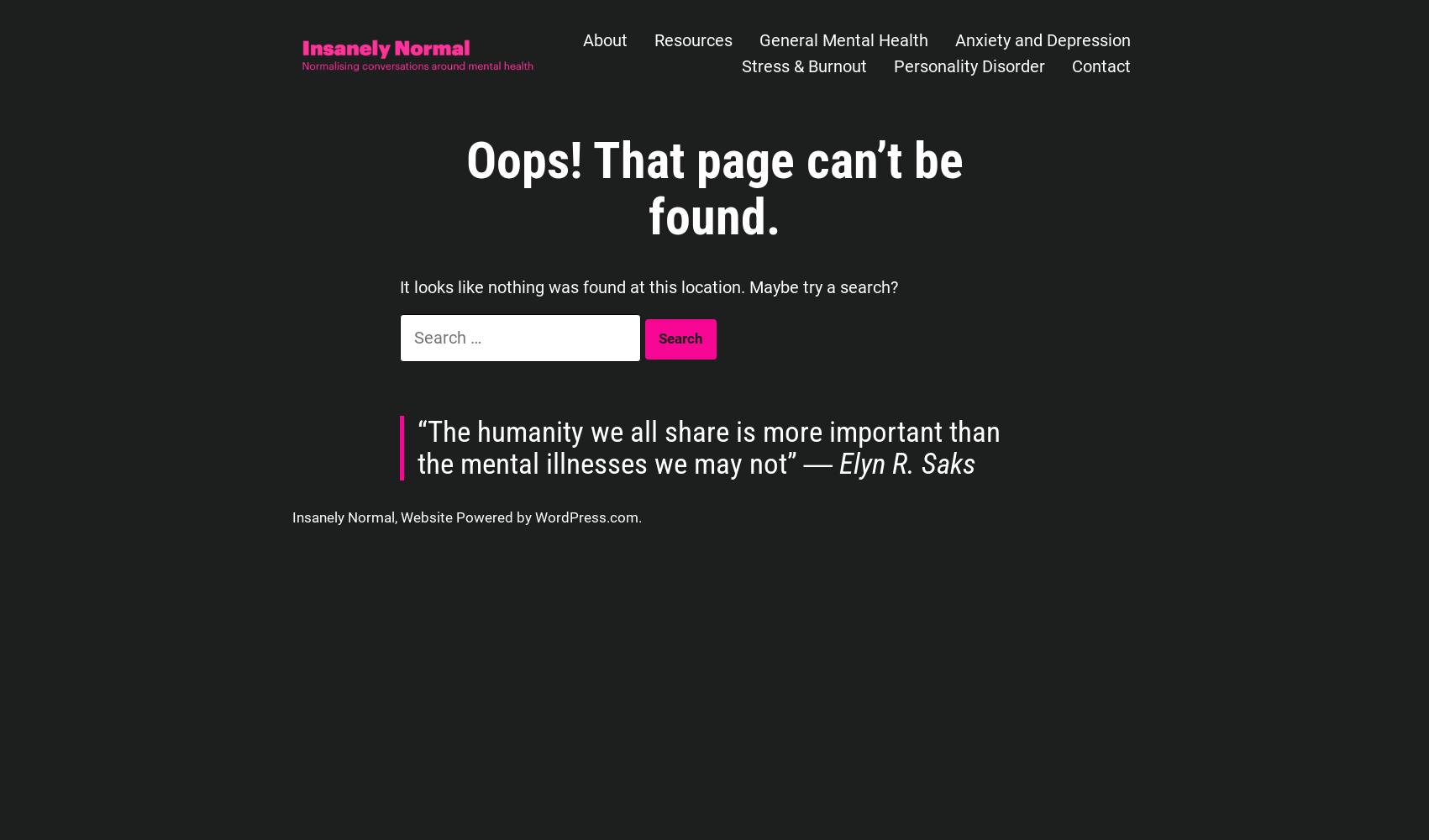 The image size is (1429, 840). What do you see at coordinates (708, 447) in the screenshot?
I see `'“The humanity we all share is more important than the mental illnesses we may not” ―'` at bounding box center [708, 447].